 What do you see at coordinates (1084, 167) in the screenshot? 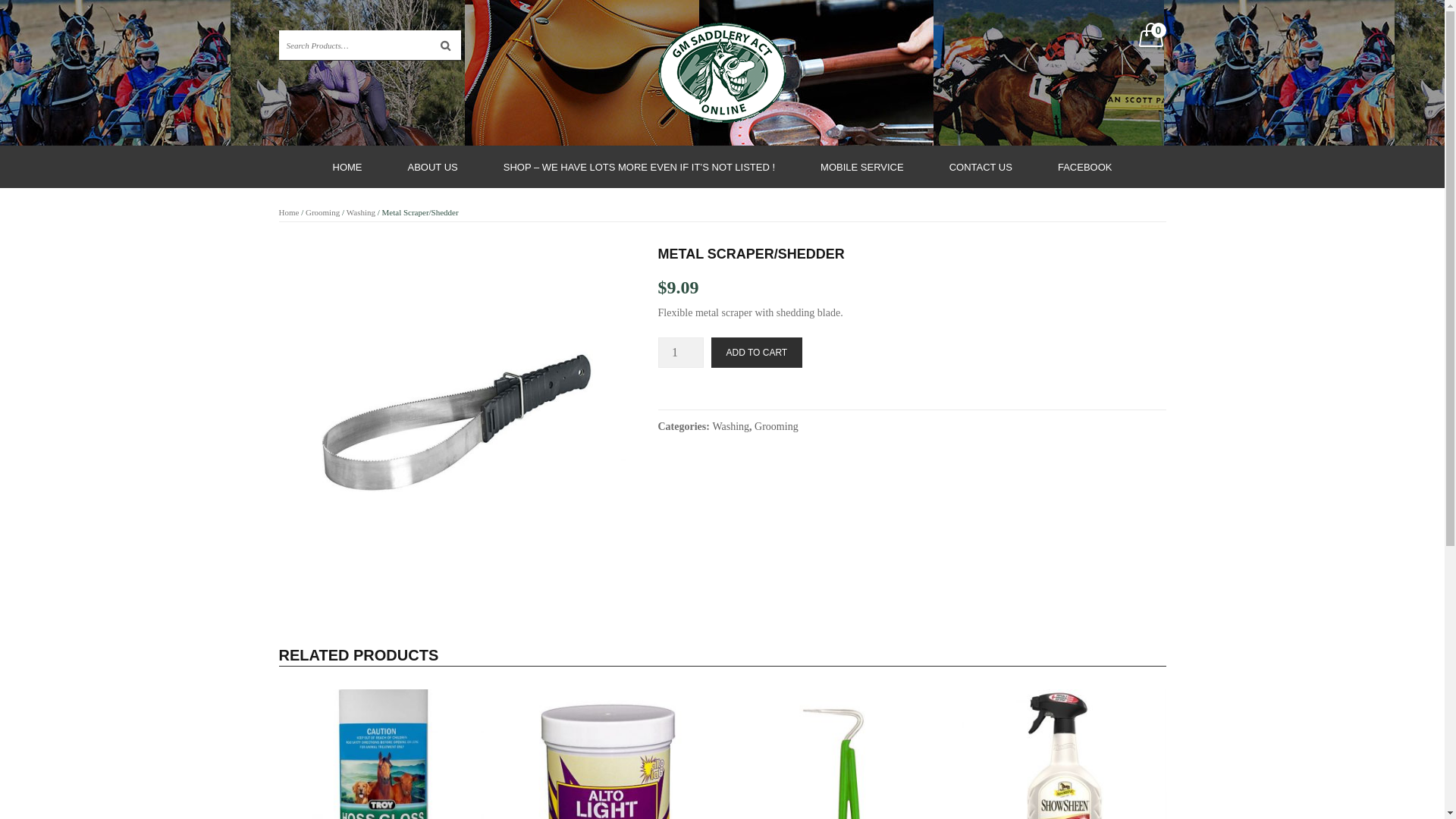
I see `'FACEBOOK'` at bounding box center [1084, 167].